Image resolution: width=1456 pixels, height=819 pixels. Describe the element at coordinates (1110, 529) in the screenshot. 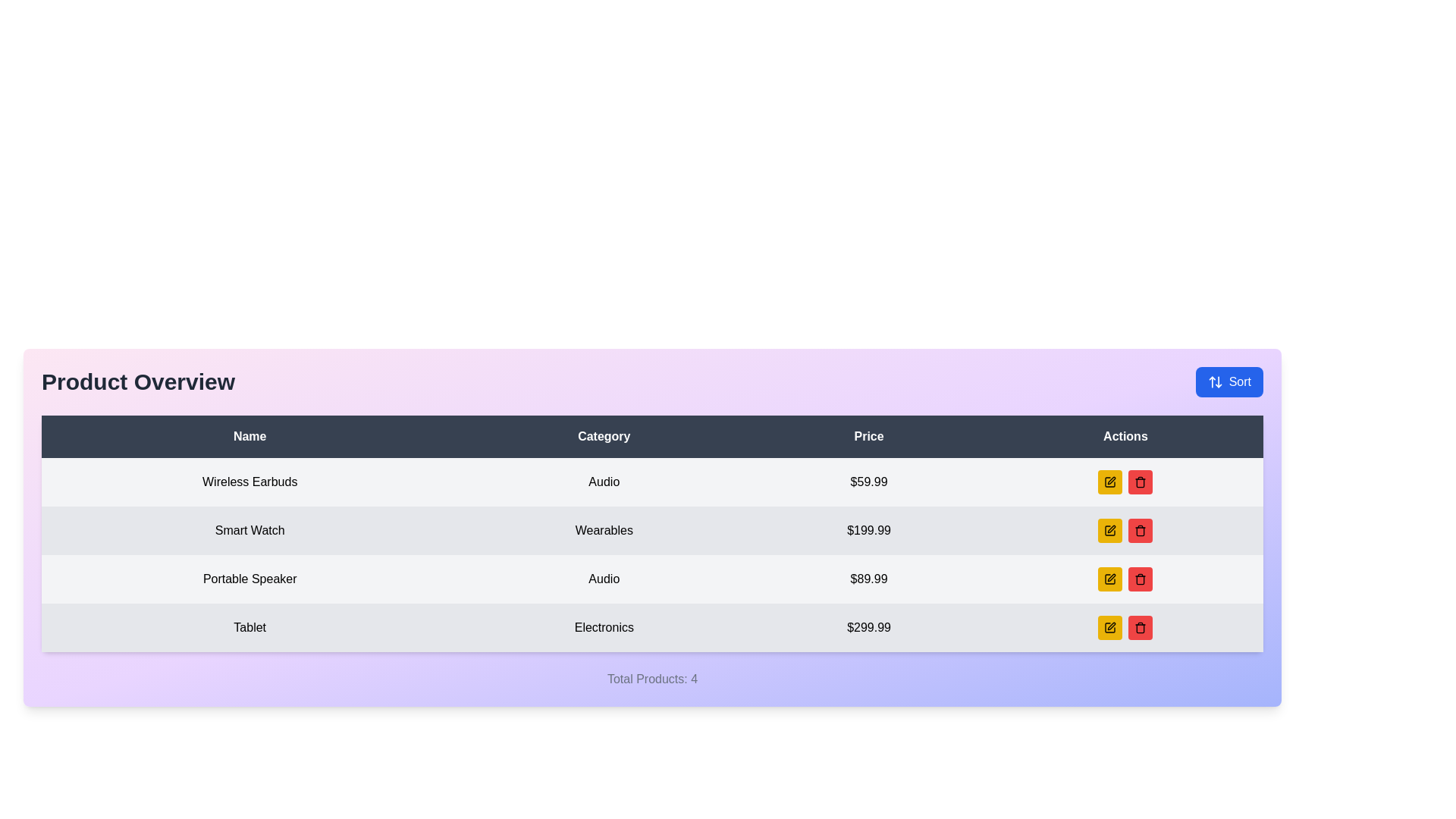

I see `the edit button located in the second row of the table under the 'Actions' column to initiate the edit action` at that location.